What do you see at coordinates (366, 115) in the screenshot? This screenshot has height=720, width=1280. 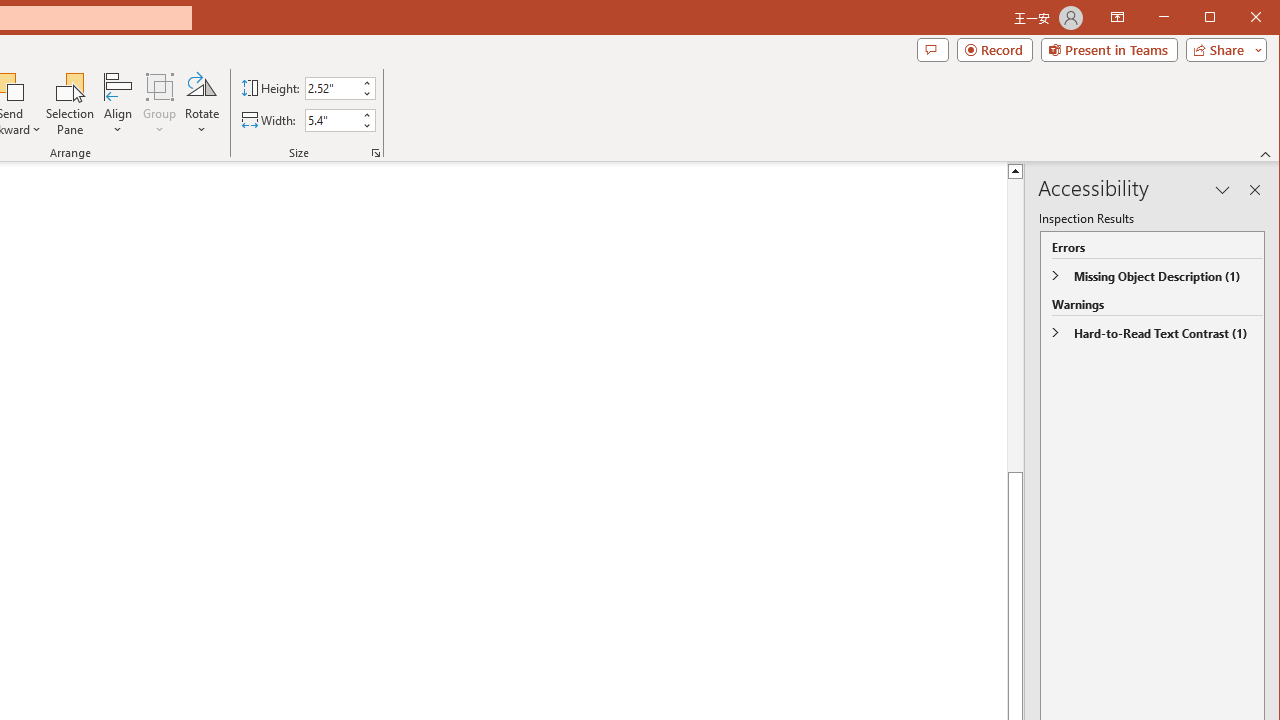 I see `'More'` at bounding box center [366, 115].